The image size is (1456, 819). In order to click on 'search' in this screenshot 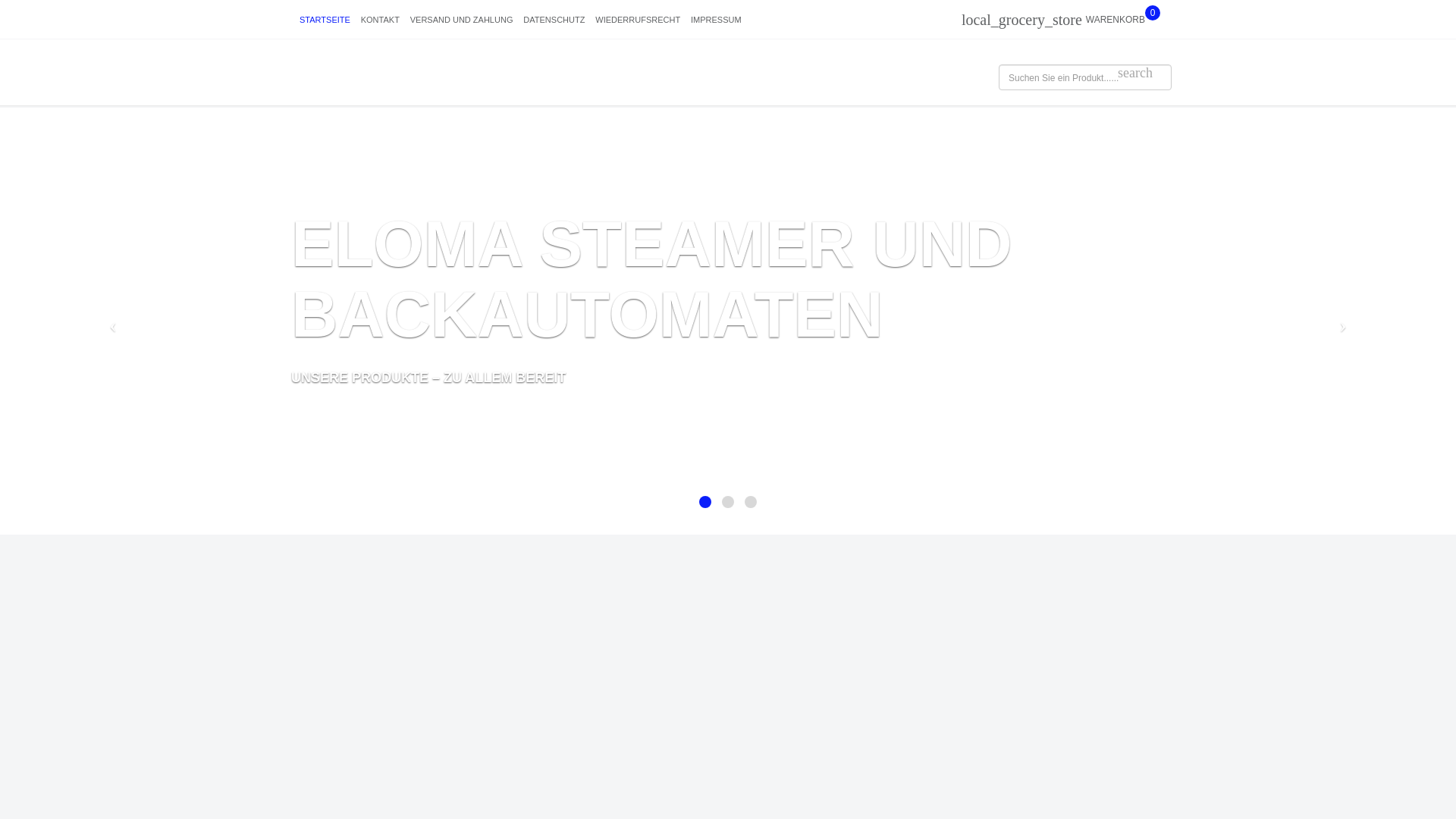, I will do `click(1135, 73)`.